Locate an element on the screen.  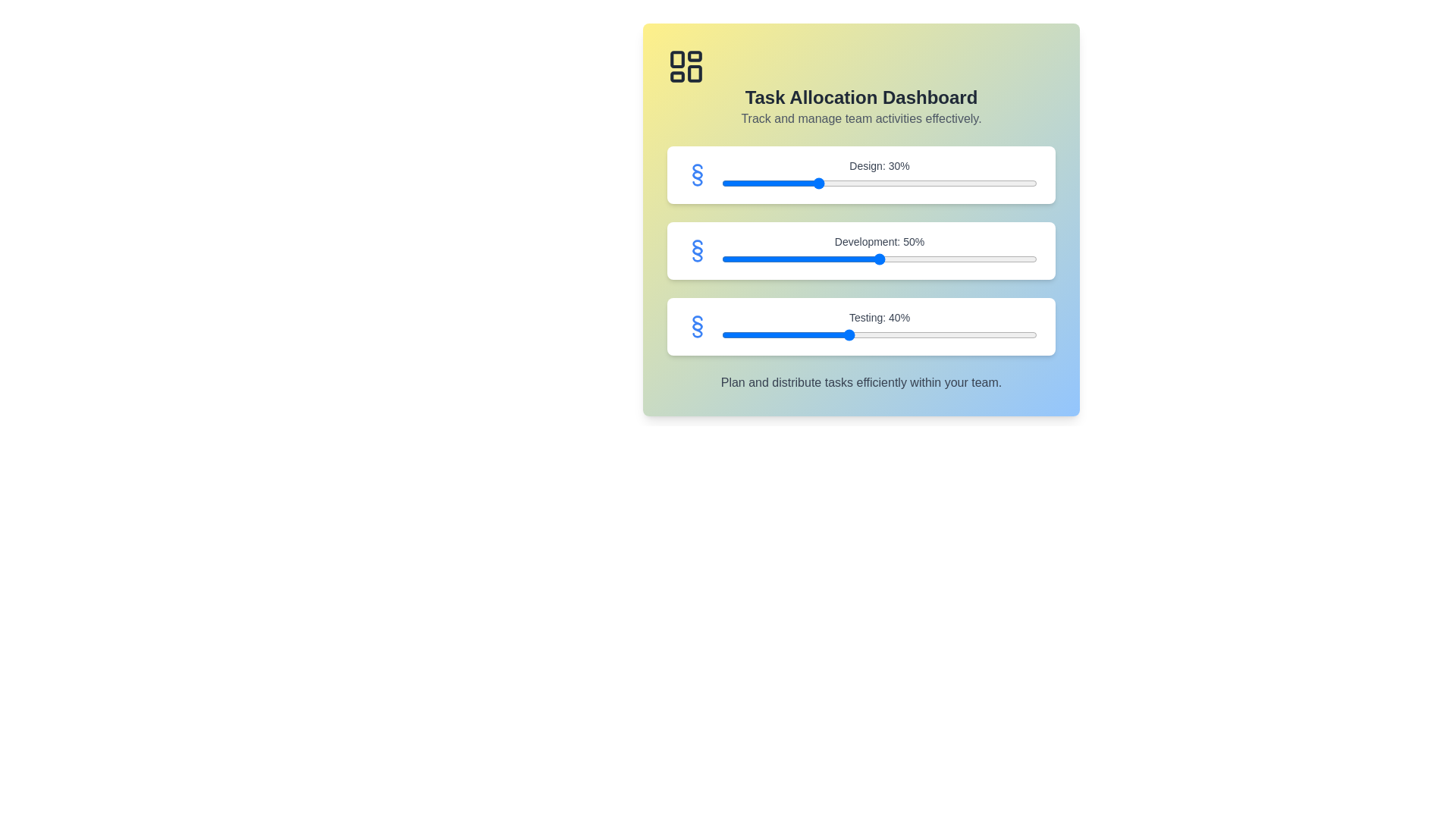
the Task Allocation Dashboard header icon is located at coordinates (686, 66).